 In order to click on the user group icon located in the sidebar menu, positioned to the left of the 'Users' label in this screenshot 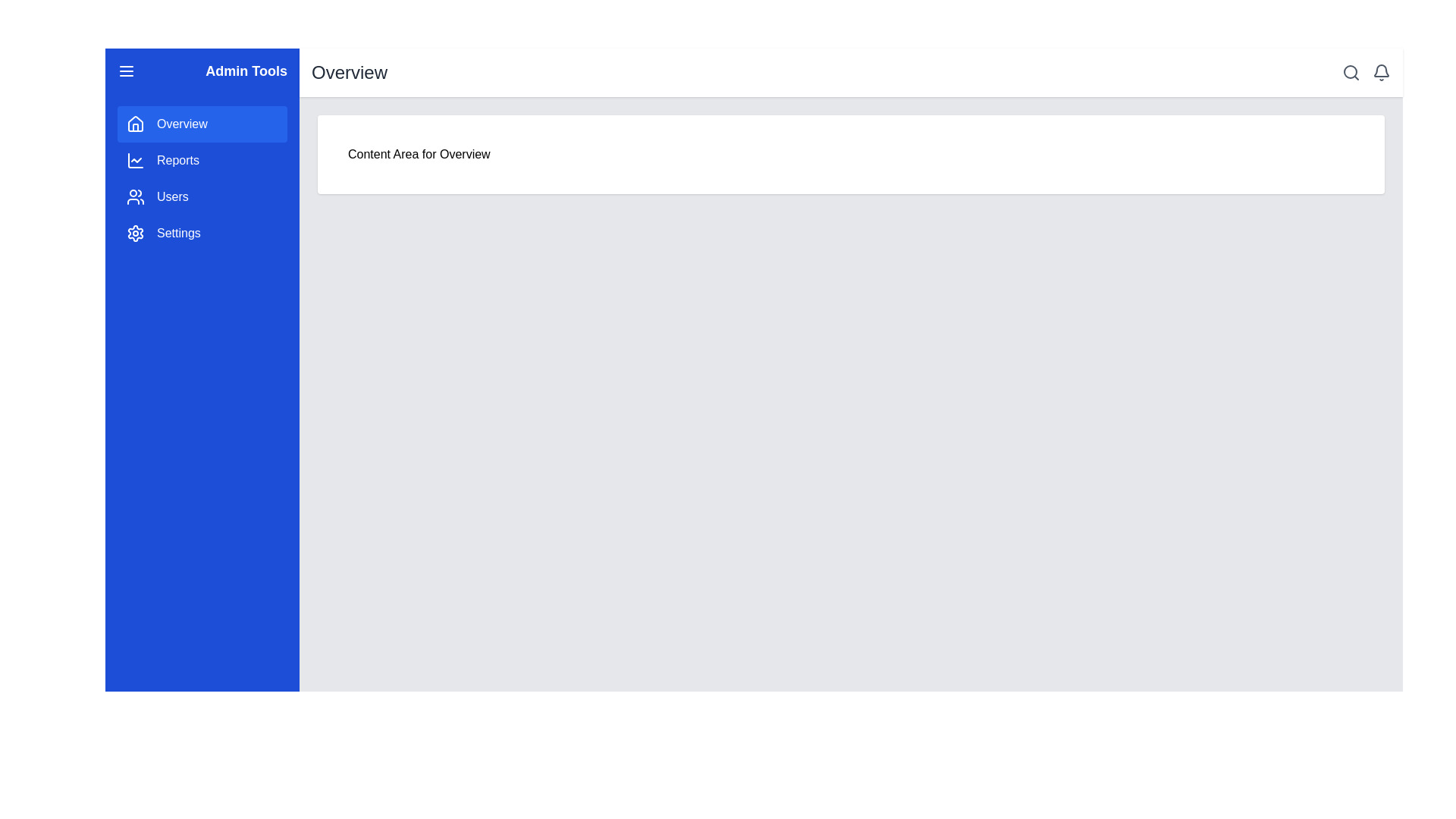, I will do `click(135, 196)`.